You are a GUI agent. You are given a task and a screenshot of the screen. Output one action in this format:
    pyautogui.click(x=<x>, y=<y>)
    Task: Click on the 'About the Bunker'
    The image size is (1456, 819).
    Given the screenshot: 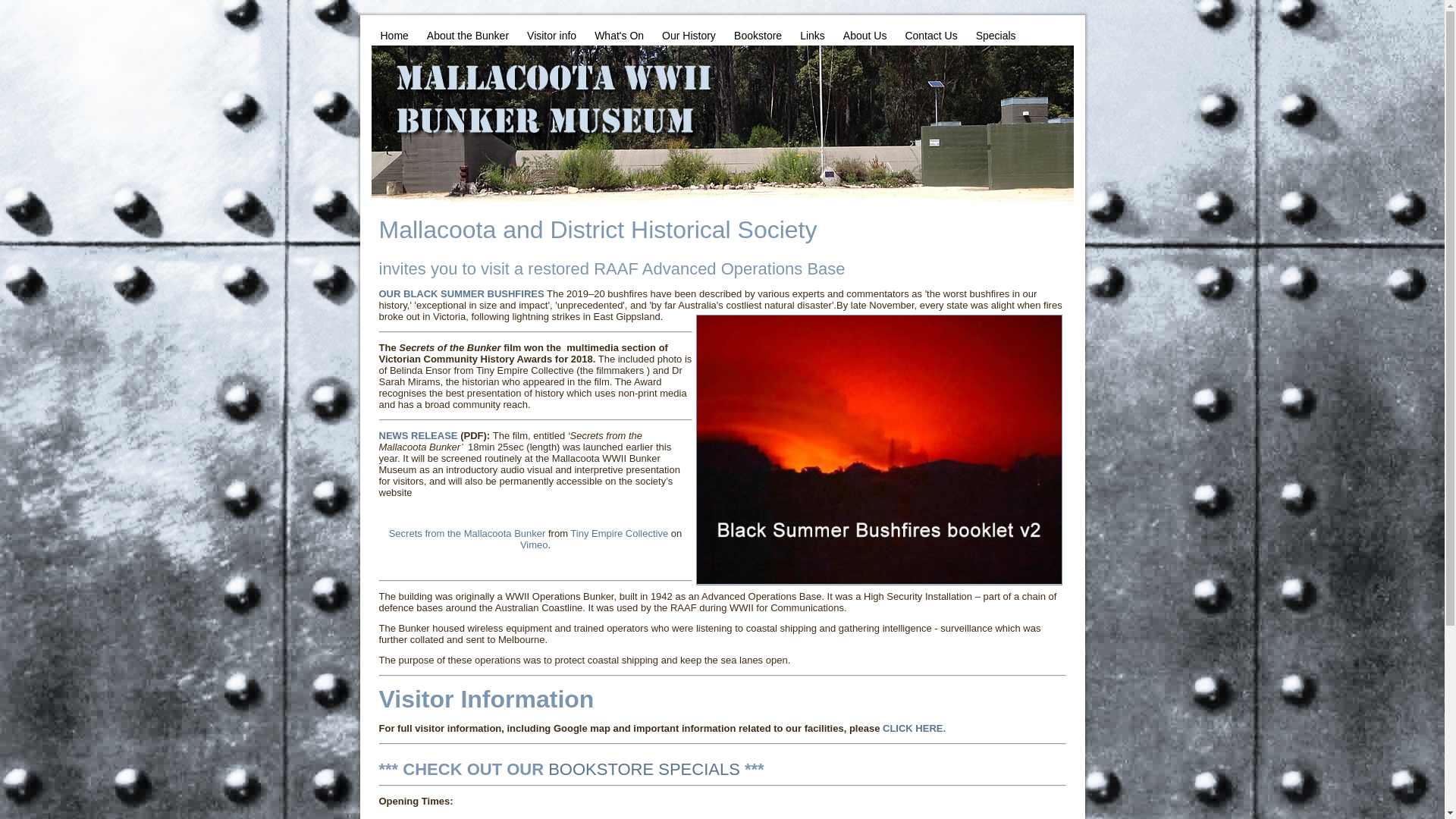 What is the action you would take?
    pyautogui.click(x=467, y=35)
    